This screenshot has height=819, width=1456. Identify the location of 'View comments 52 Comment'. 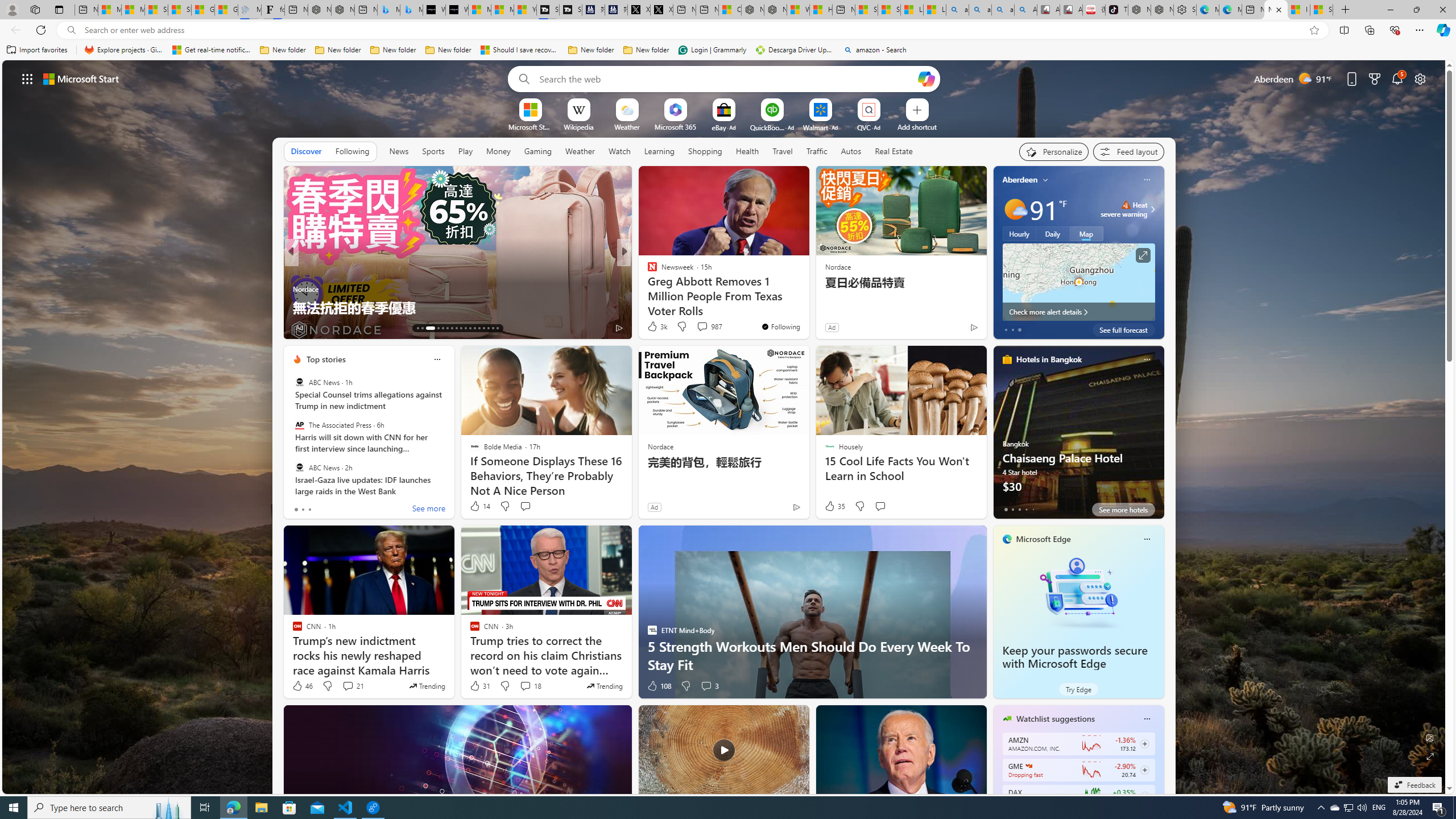
(705, 327).